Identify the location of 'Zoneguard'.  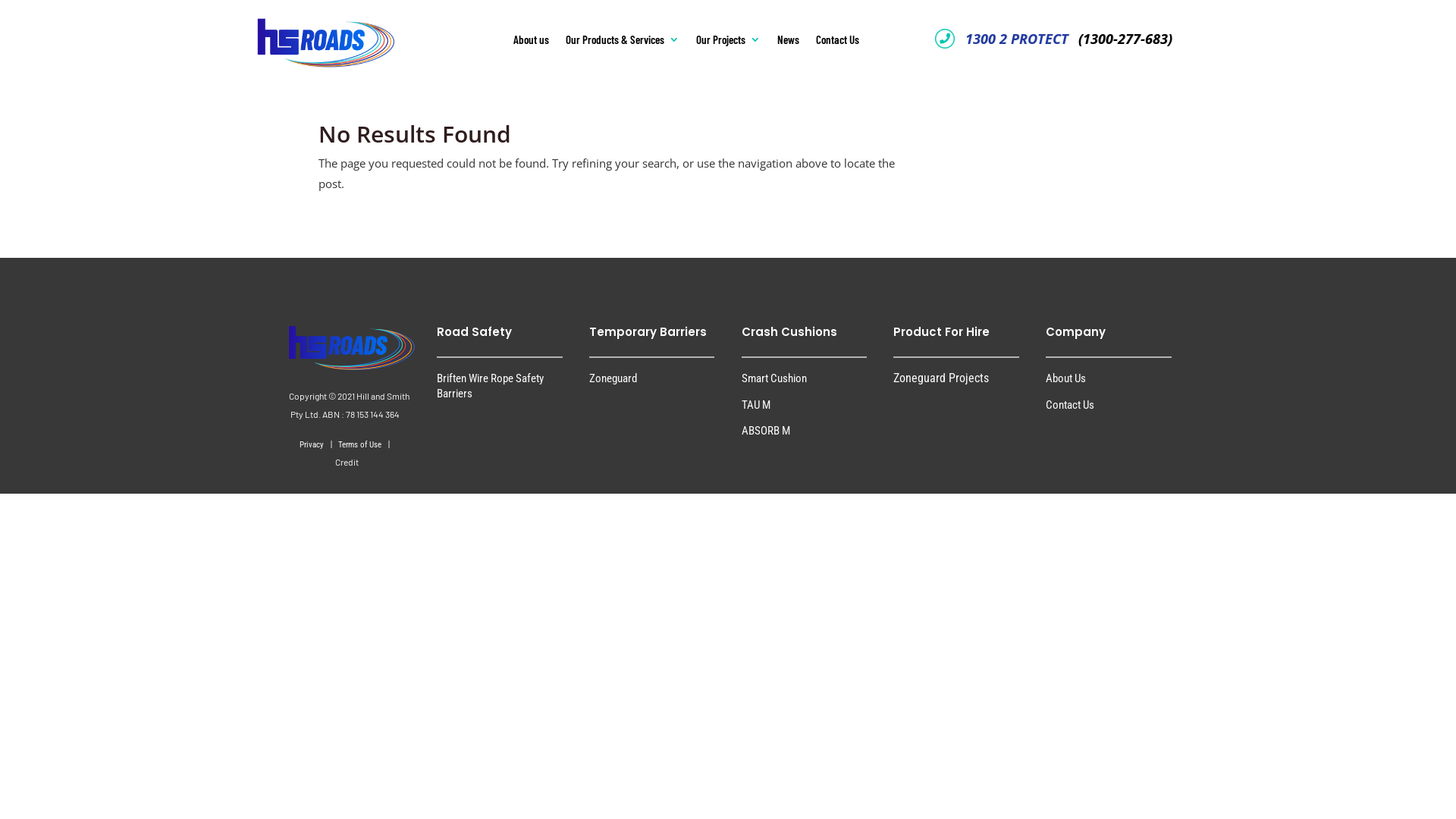
(613, 377).